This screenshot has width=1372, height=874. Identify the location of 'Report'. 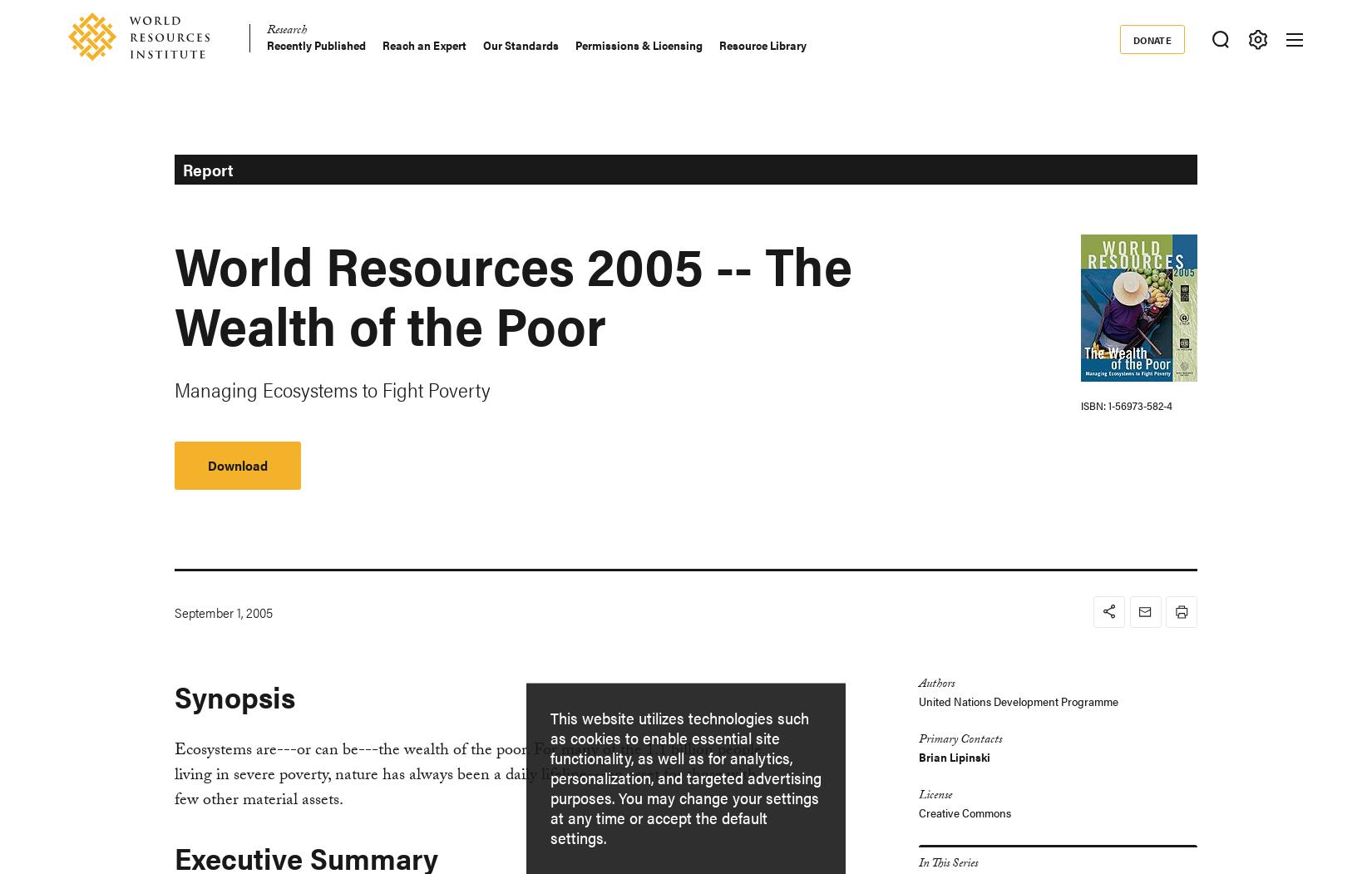
(206, 168).